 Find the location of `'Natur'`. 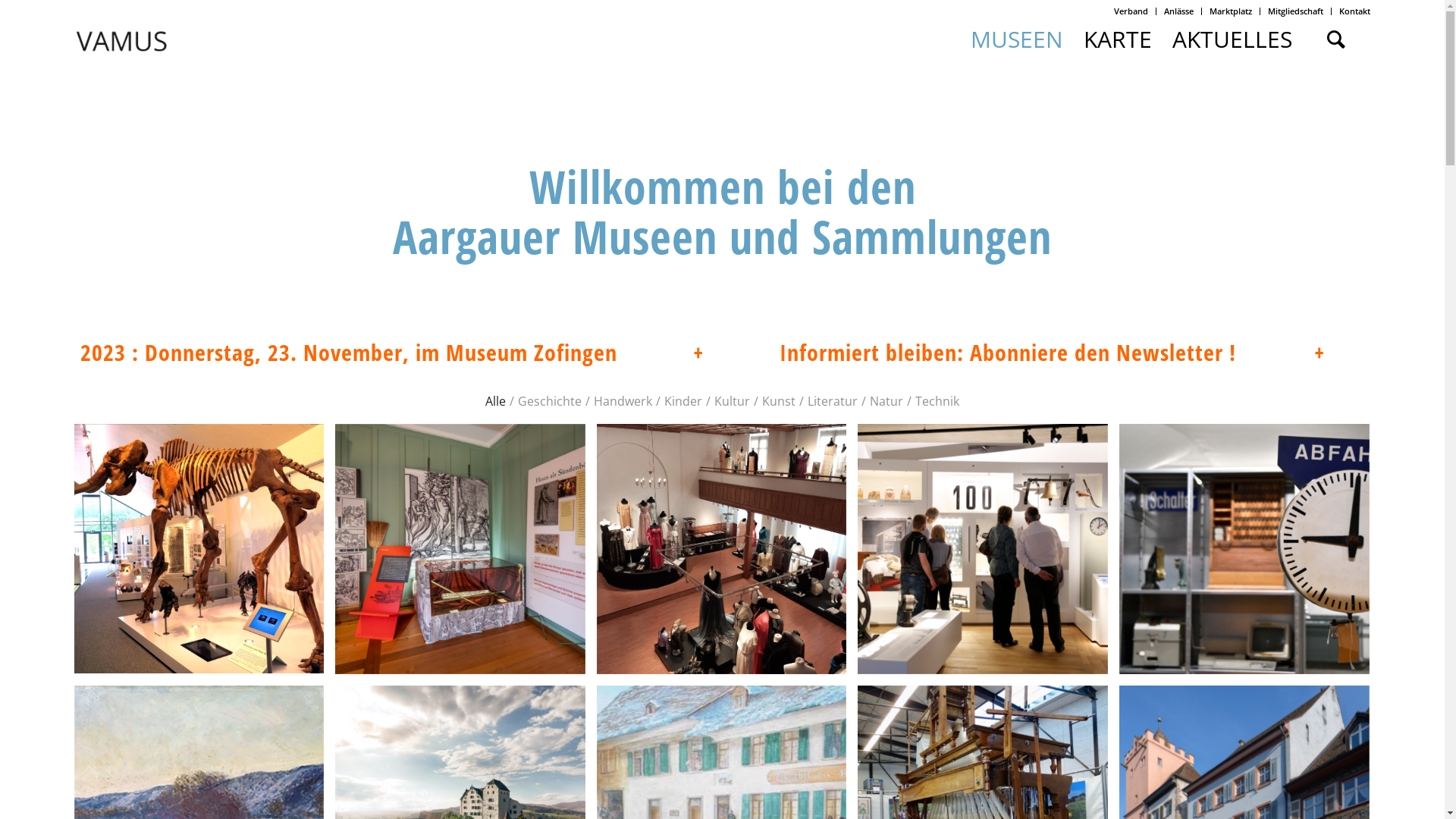

'Natur' is located at coordinates (870, 381).